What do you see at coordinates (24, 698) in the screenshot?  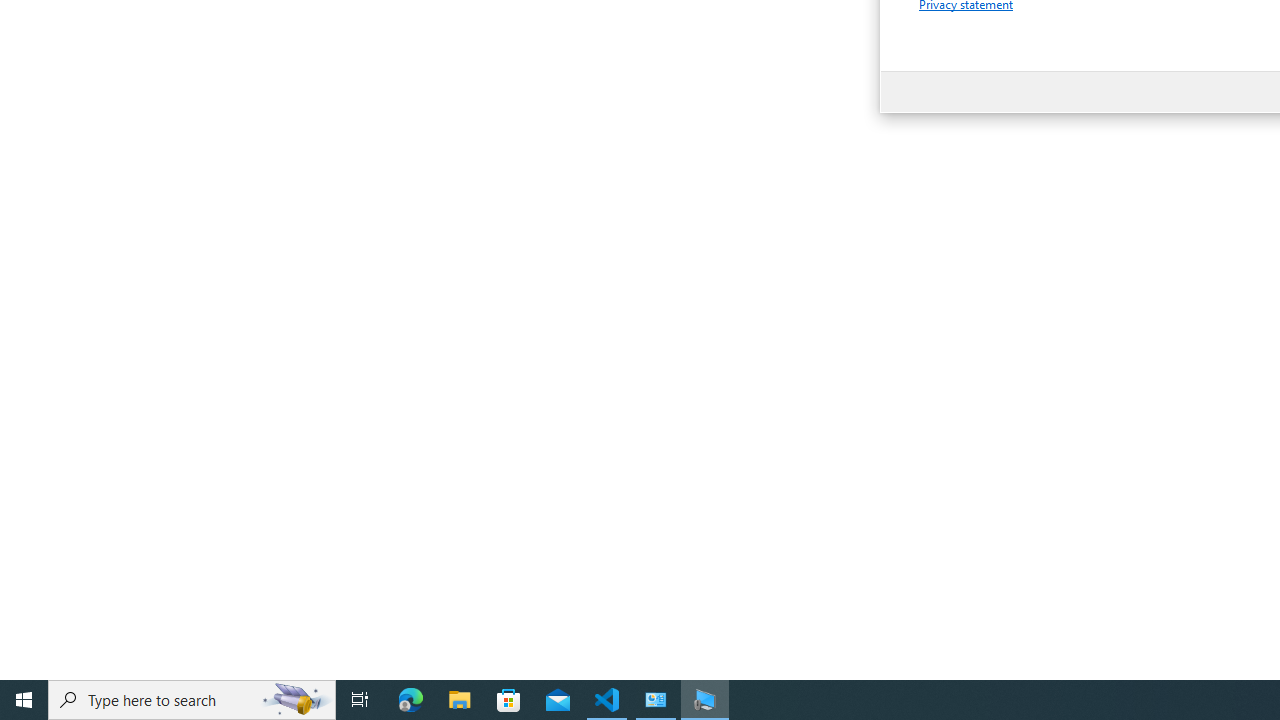 I see `'Start'` at bounding box center [24, 698].